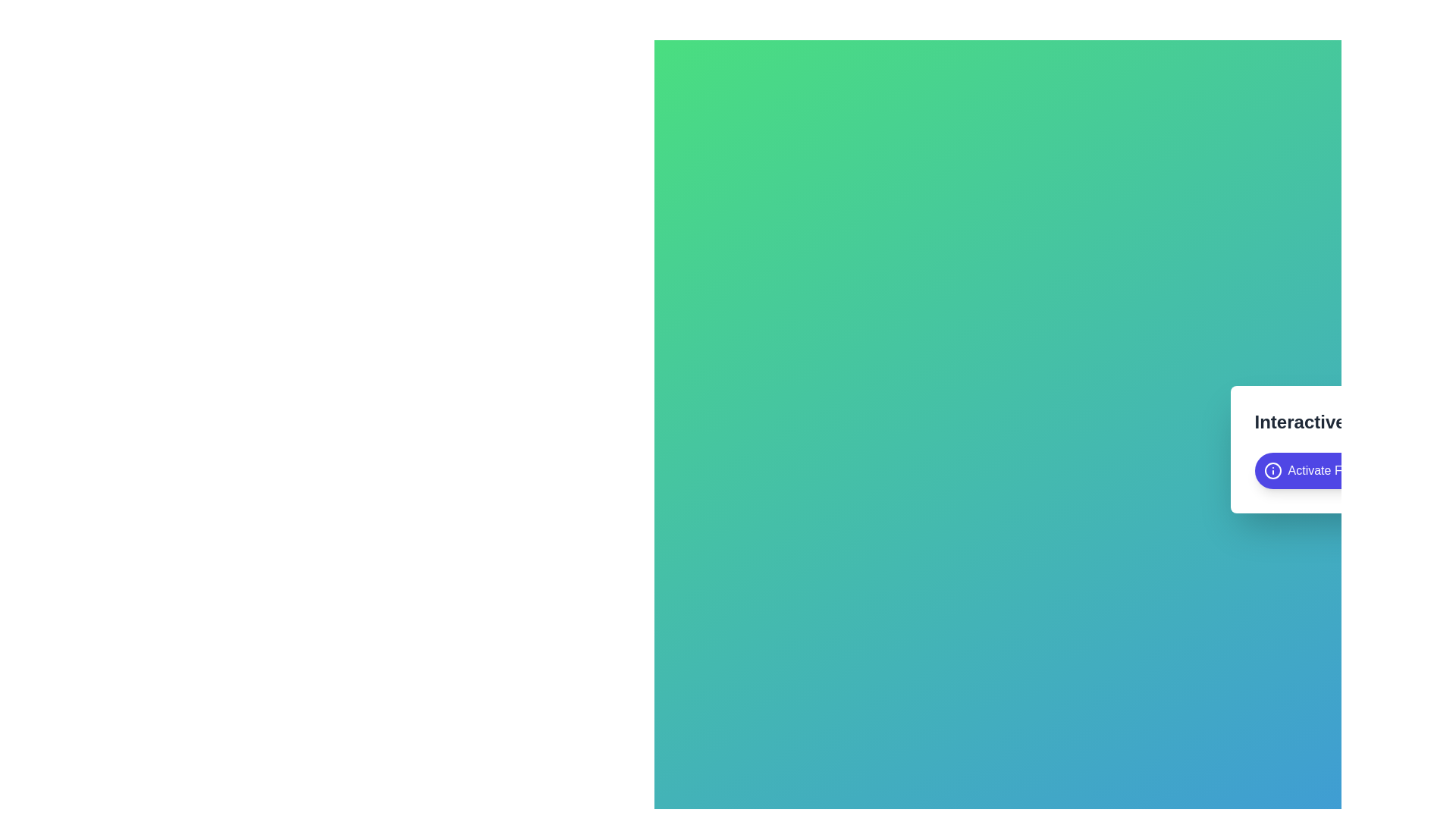 Image resolution: width=1456 pixels, height=819 pixels. What do you see at coordinates (1272, 470) in the screenshot?
I see `the circular 'info' icon with a blue border located to the left of the 'Activate Feature' button for detailed explanations` at bounding box center [1272, 470].